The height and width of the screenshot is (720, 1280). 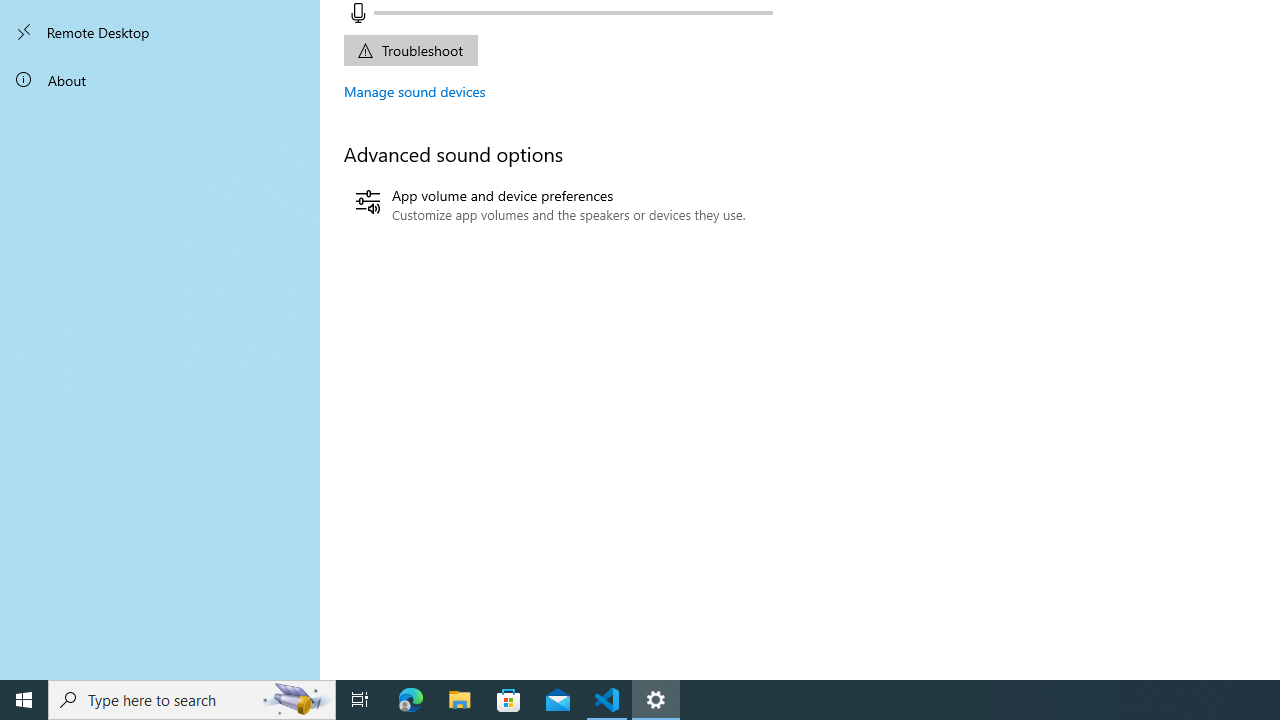 What do you see at coordinates (551, 205) in the screenshot?
I see `'App volume and device preferences'` at bounding box center [551, 205].